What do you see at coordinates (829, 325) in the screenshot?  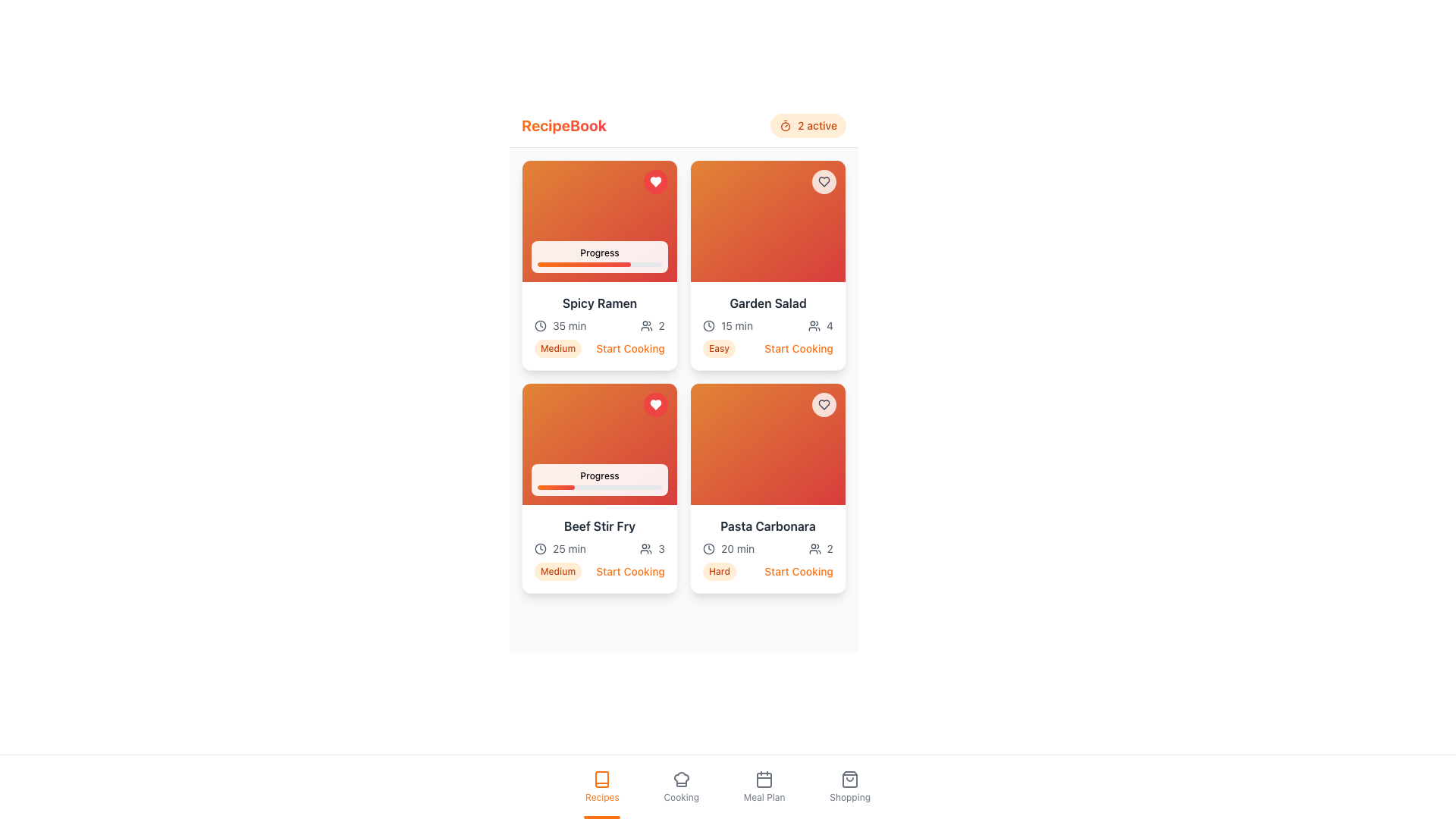 I see `the static text element displaying the numeral '4', which is bold and located adjacent to a user icon in the upper-right section of the content area` at bounding box center [829, 325].